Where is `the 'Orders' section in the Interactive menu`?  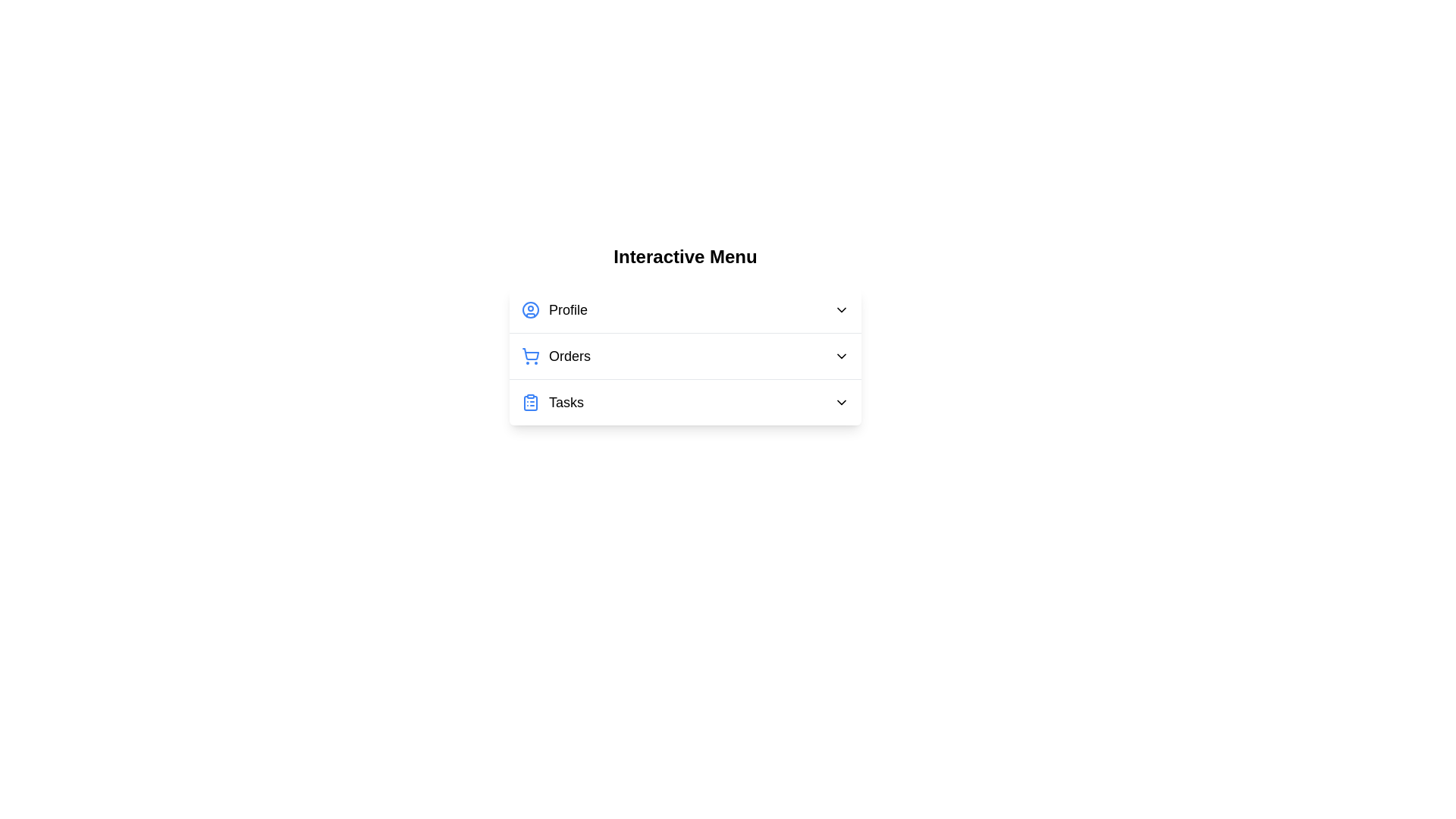 the 'Orders' section in the Interactive menu is located at coordinates (684, 356).